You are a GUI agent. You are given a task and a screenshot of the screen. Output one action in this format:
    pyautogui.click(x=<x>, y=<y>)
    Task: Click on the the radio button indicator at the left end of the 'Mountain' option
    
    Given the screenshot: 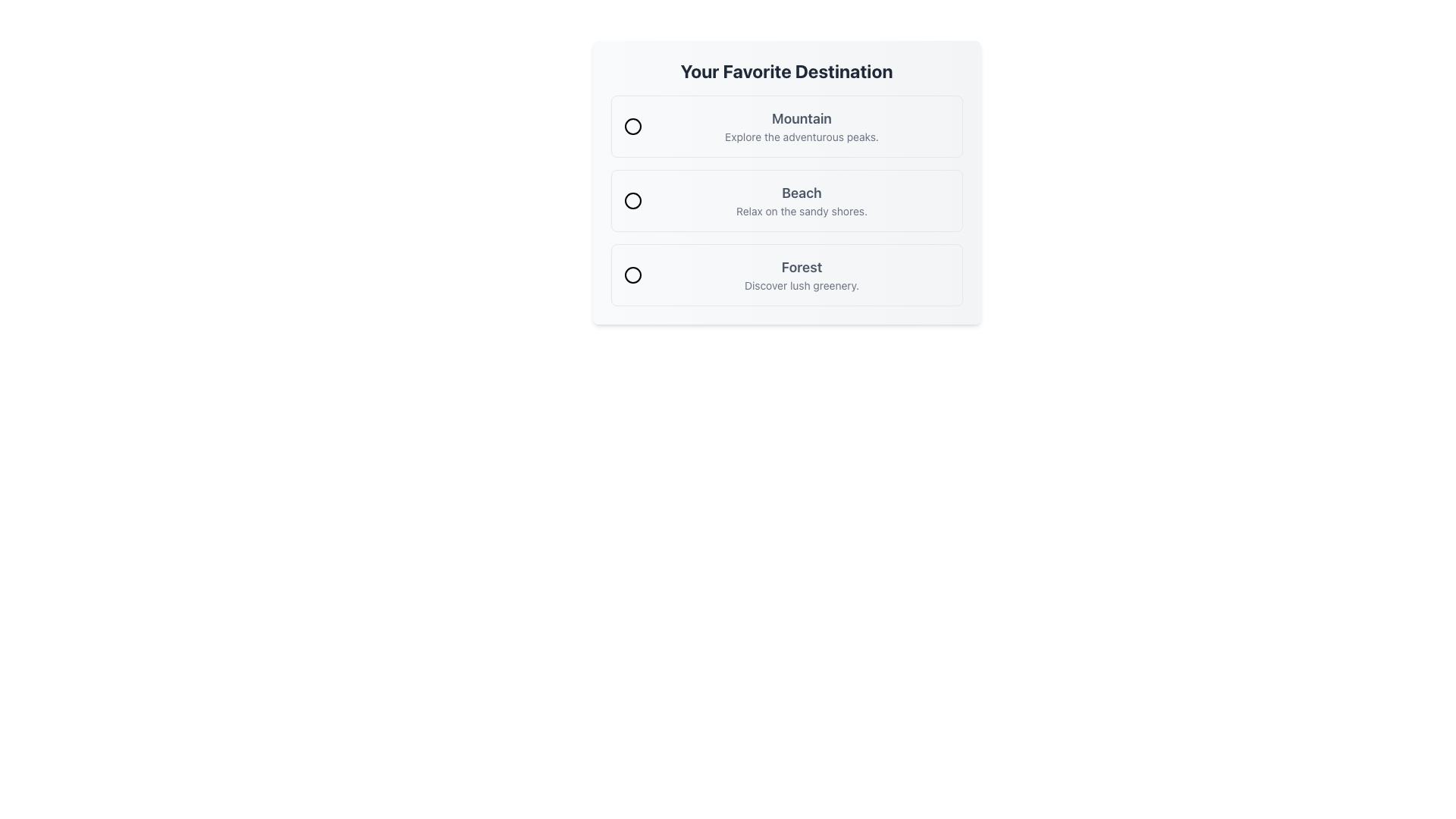 What is the action you would take?
    pyautogui.click(x=632, y=125)
    